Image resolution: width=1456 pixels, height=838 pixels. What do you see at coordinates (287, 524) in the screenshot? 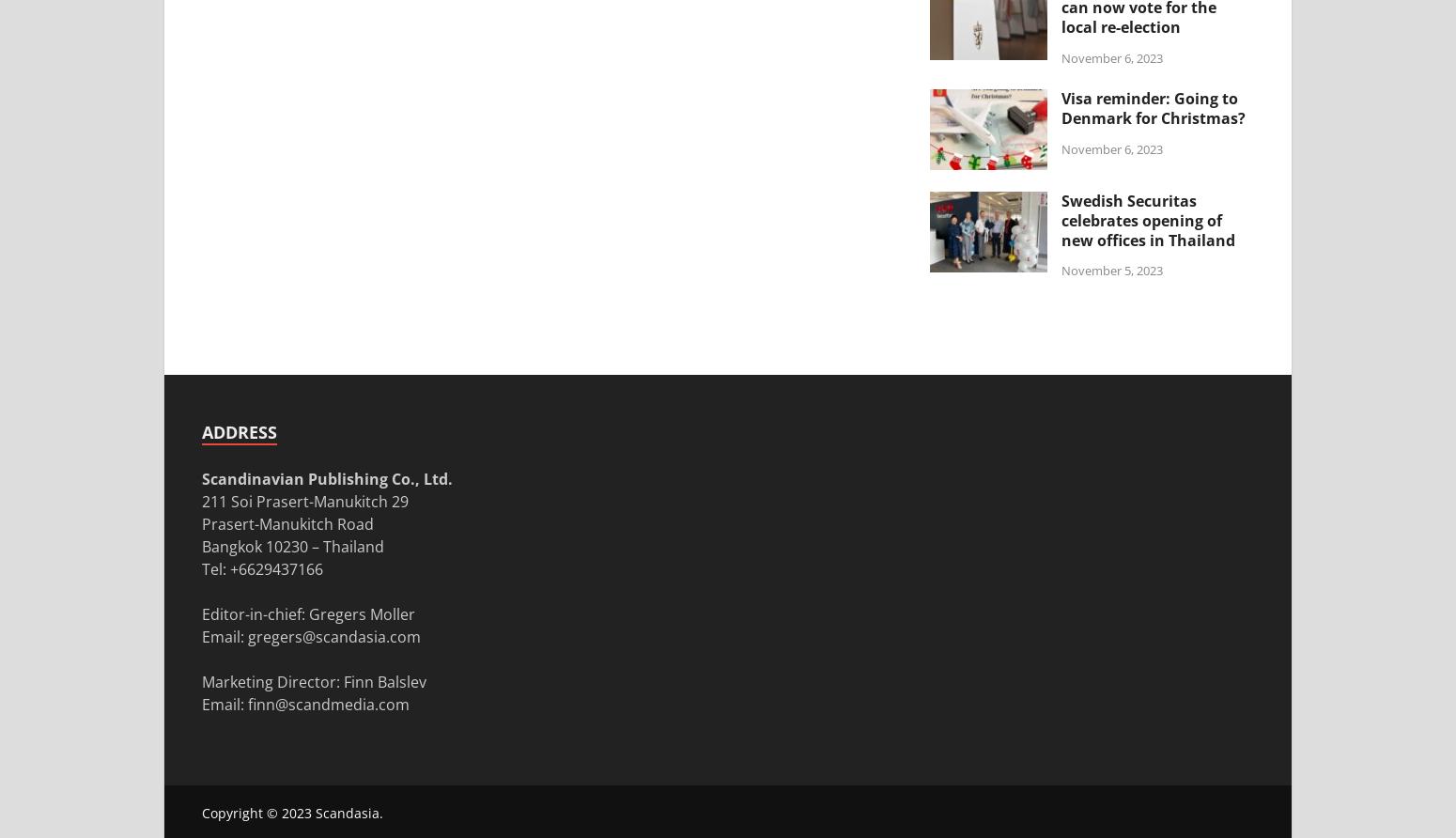
I see `'Prasert-Manukitch Road'` at bounding box center [287, 524].